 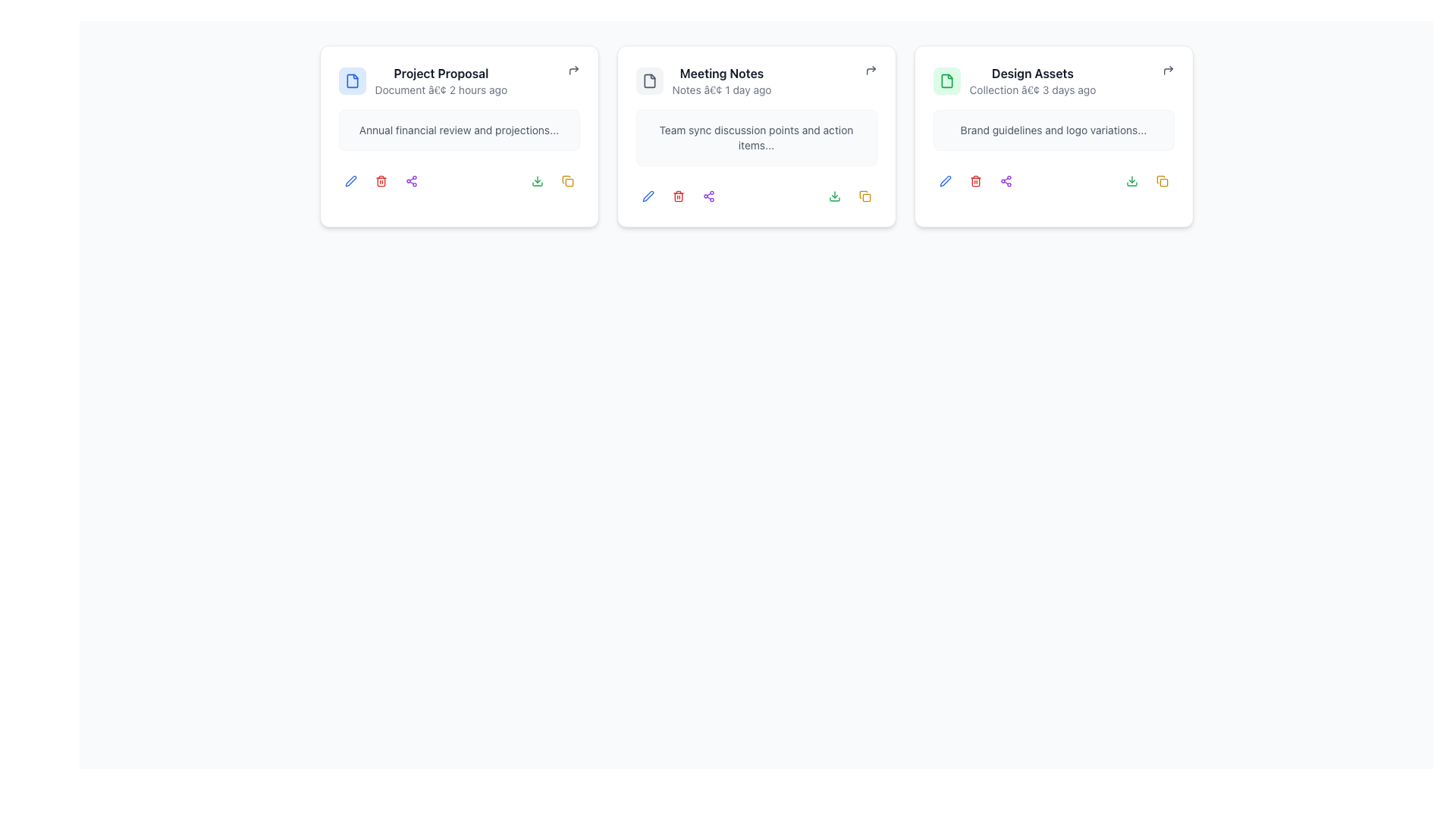 I want to click on the trash can icon, which is a vertical rectangle with rounded corners located below the 'Project Proposal' text, so click(x=381, y=181).